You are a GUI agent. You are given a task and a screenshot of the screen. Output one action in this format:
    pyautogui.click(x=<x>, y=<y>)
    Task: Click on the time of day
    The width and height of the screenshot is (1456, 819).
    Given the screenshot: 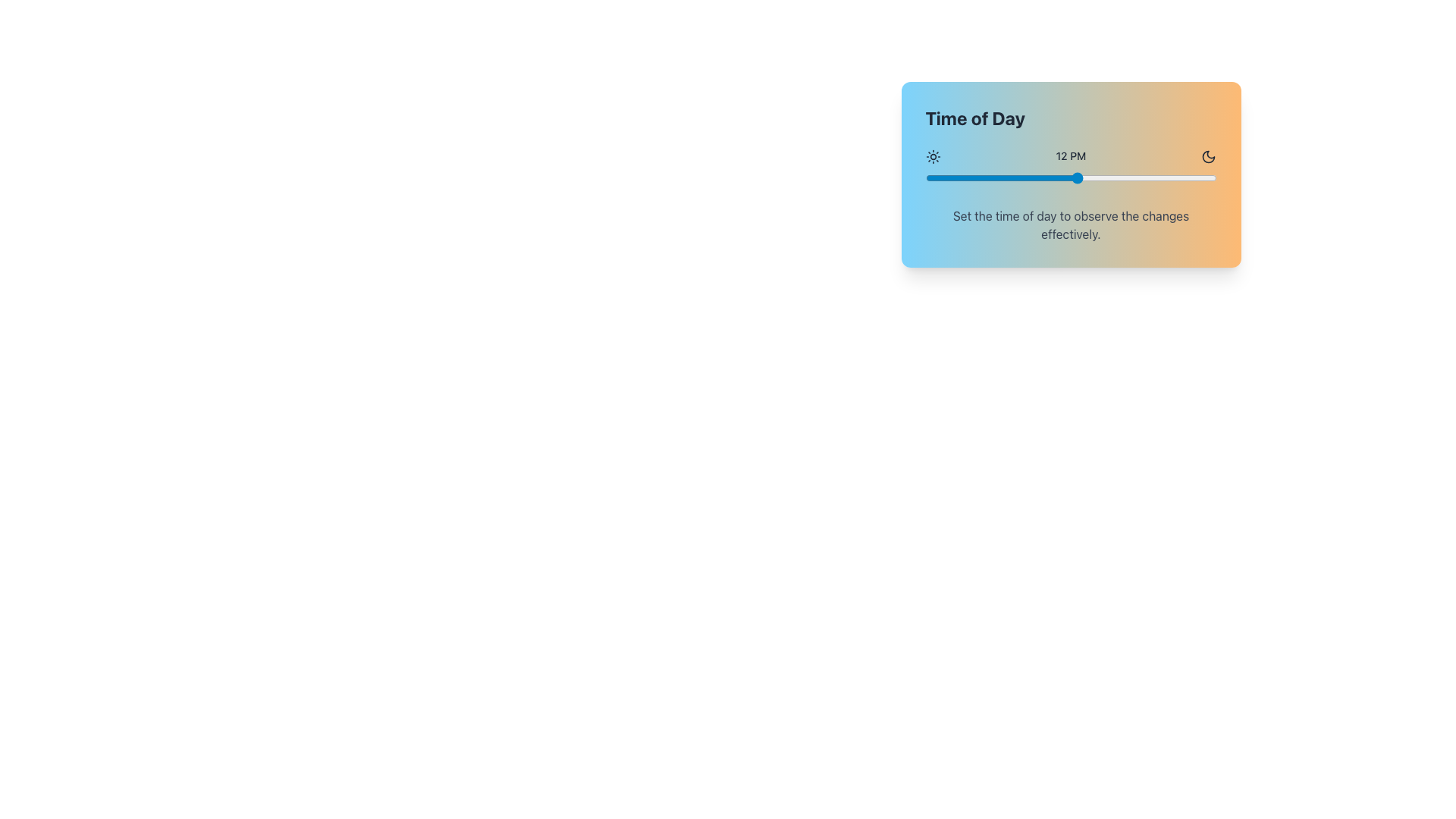 What is the action you would take?
    pyautogui.click(x=1103, y=177)
    